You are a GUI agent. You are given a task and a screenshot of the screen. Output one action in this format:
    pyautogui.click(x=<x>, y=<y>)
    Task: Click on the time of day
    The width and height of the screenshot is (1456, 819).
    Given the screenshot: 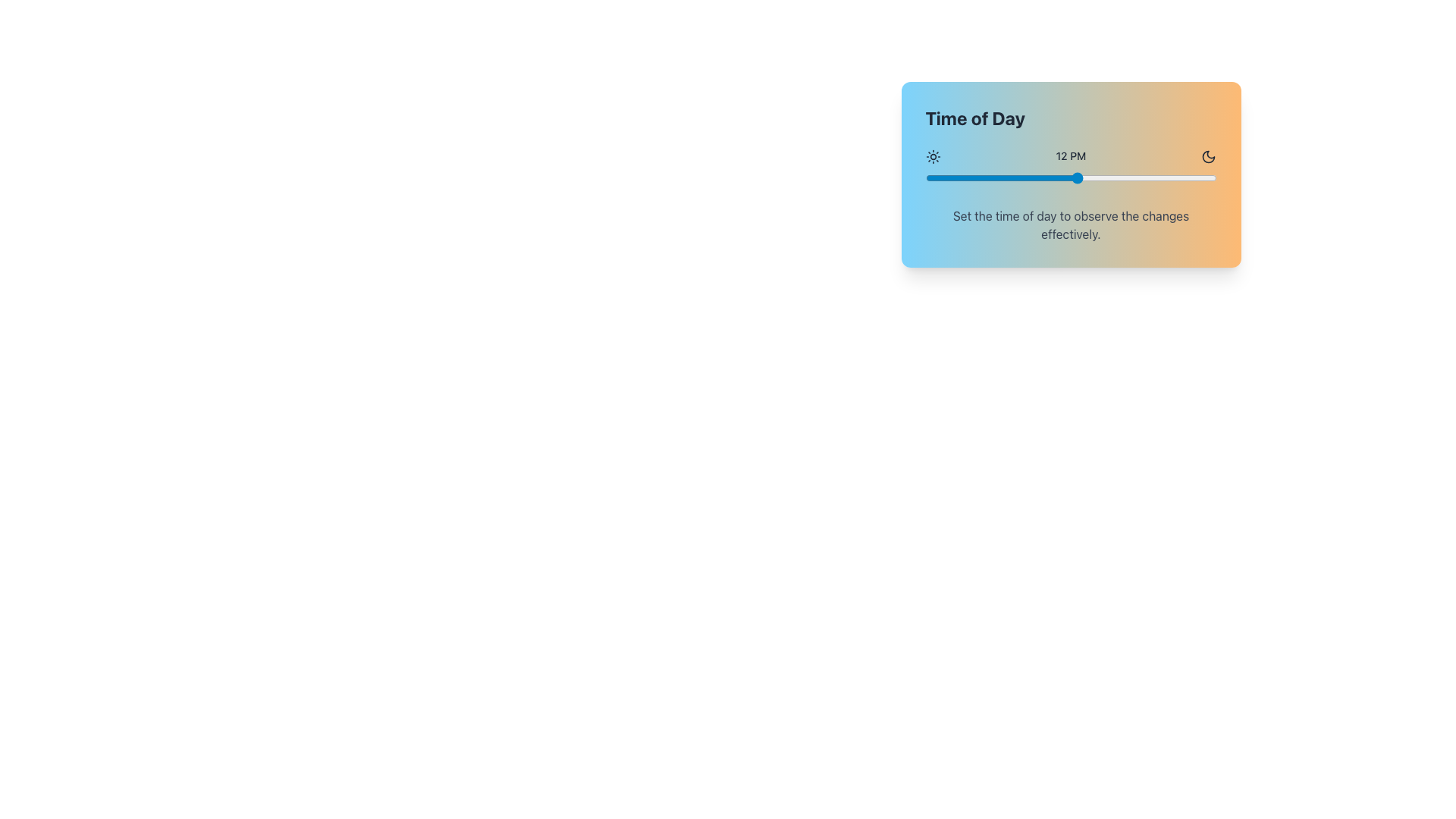 What is the action you would take?
    pyautogui.click(x=1103, y=177)
    